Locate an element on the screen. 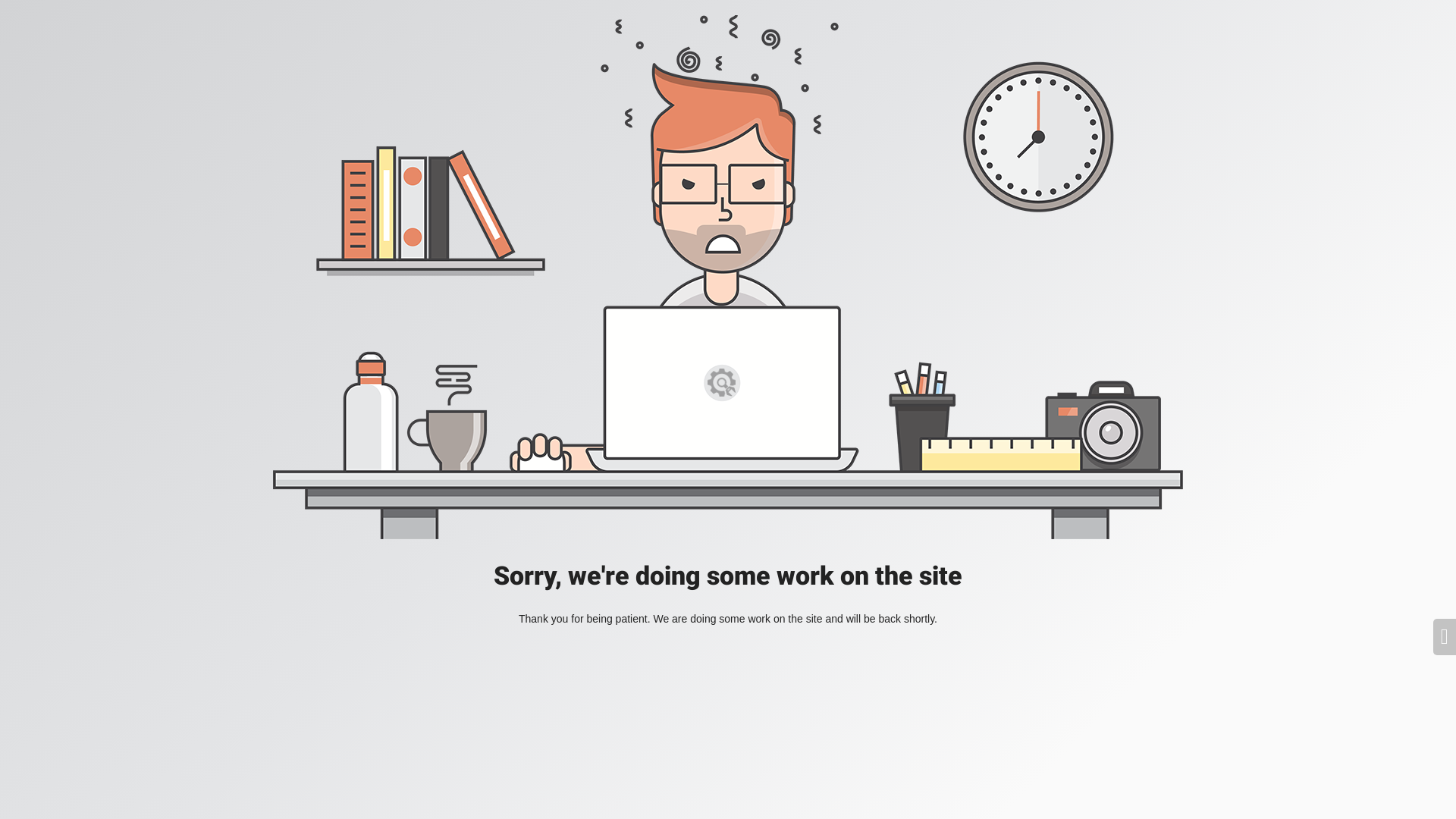 This screenshot has width=1456, height=819. 'Mad Designer at work' is located at coordinates (728, 277).